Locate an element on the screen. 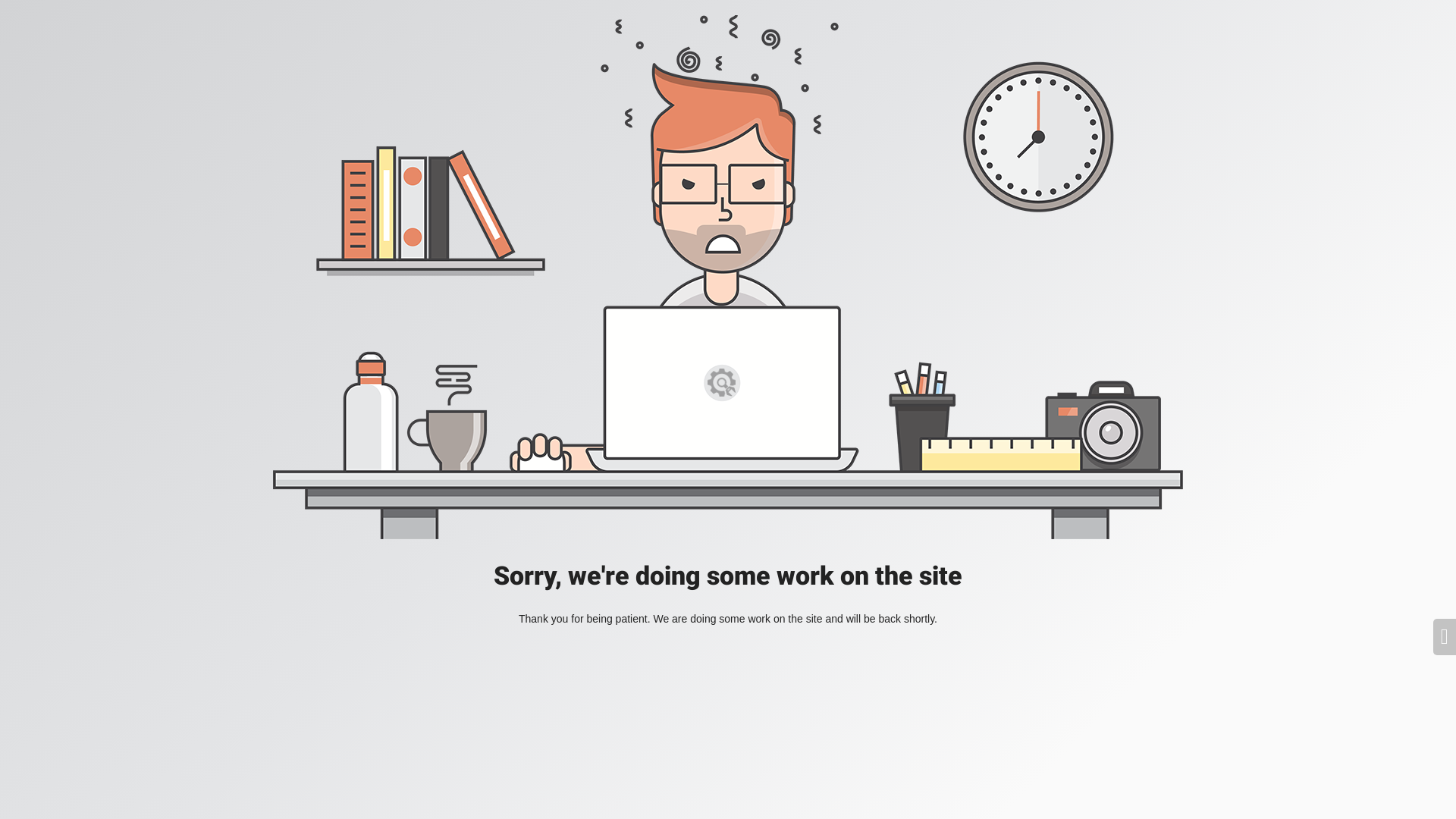 This screenshot has width=1456, height=819. 'Mad Designer at work' is located at coordinates (728, 277).